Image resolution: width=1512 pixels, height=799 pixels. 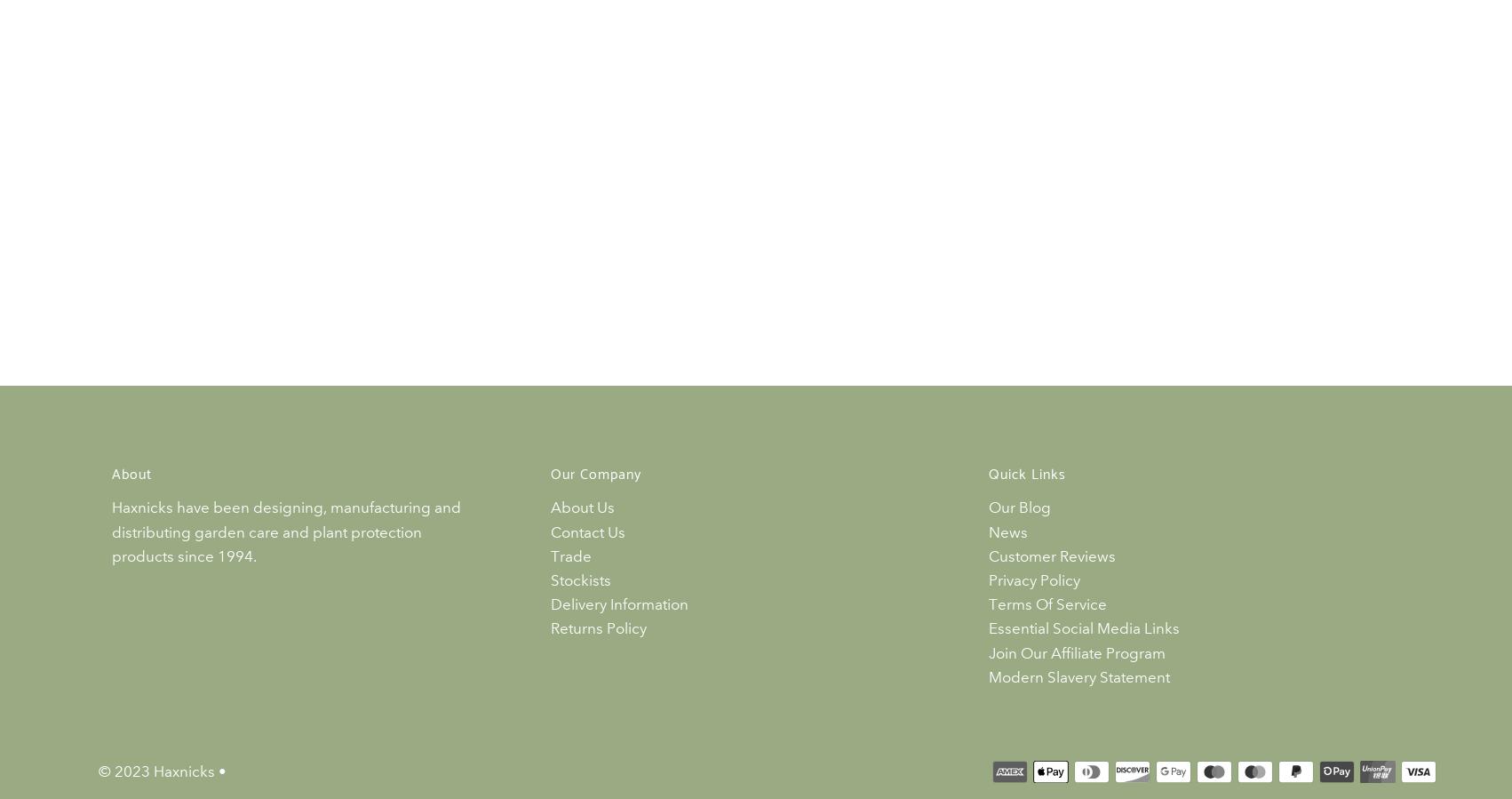 I want to click on 'About', so click(x=131, y=475).